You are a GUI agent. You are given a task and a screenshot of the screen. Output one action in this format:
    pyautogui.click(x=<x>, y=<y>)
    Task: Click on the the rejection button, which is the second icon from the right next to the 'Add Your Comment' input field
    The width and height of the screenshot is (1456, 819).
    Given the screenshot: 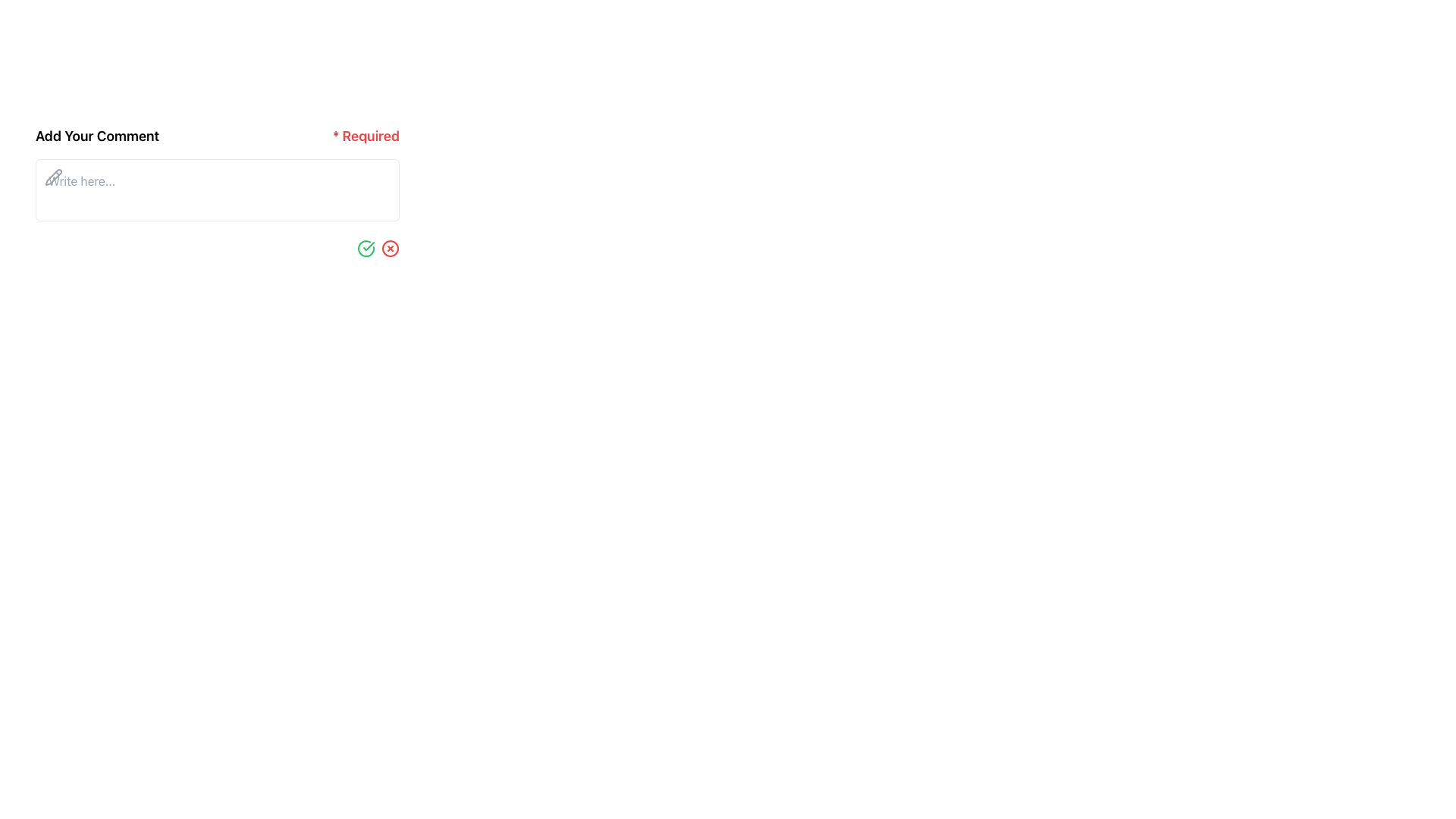 What is the action you would take?
    pyautogui.click(x=390, y=247)
    